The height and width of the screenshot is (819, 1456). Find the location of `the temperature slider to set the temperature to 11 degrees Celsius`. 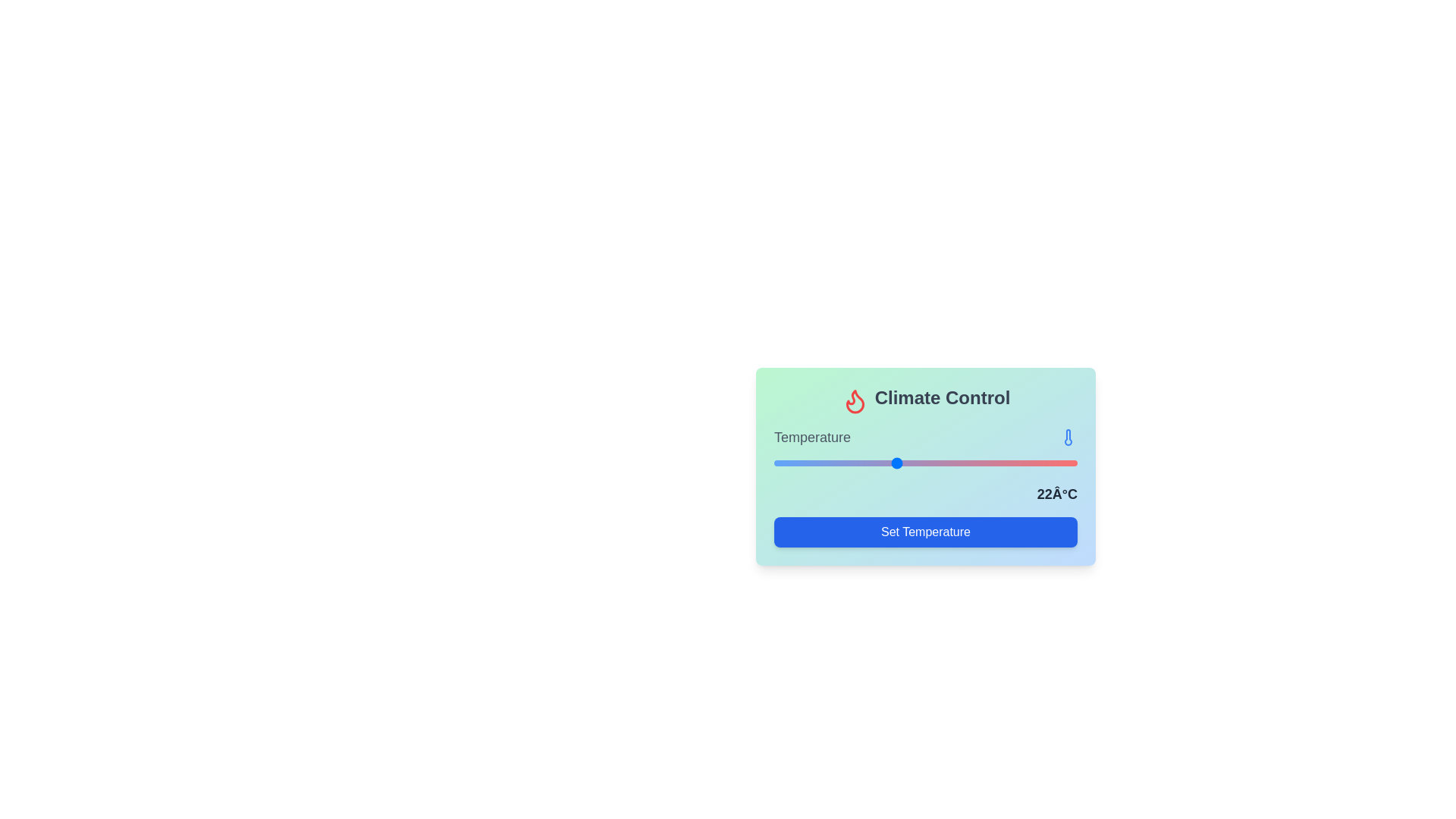

the temperature slider to set the temperature to 11 degrees Celsius is located at coordinates (784, 461).